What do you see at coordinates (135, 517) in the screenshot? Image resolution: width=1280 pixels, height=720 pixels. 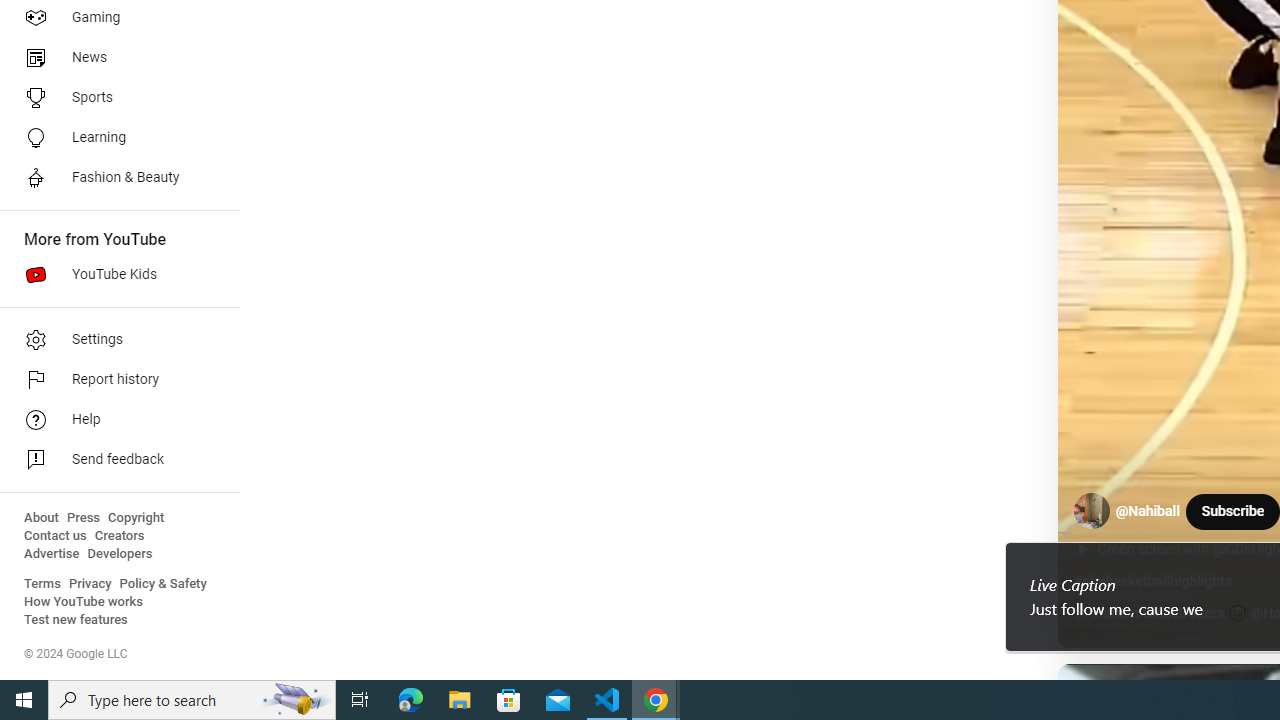 I see `'Copyright'` at bounding box center [135, 517].